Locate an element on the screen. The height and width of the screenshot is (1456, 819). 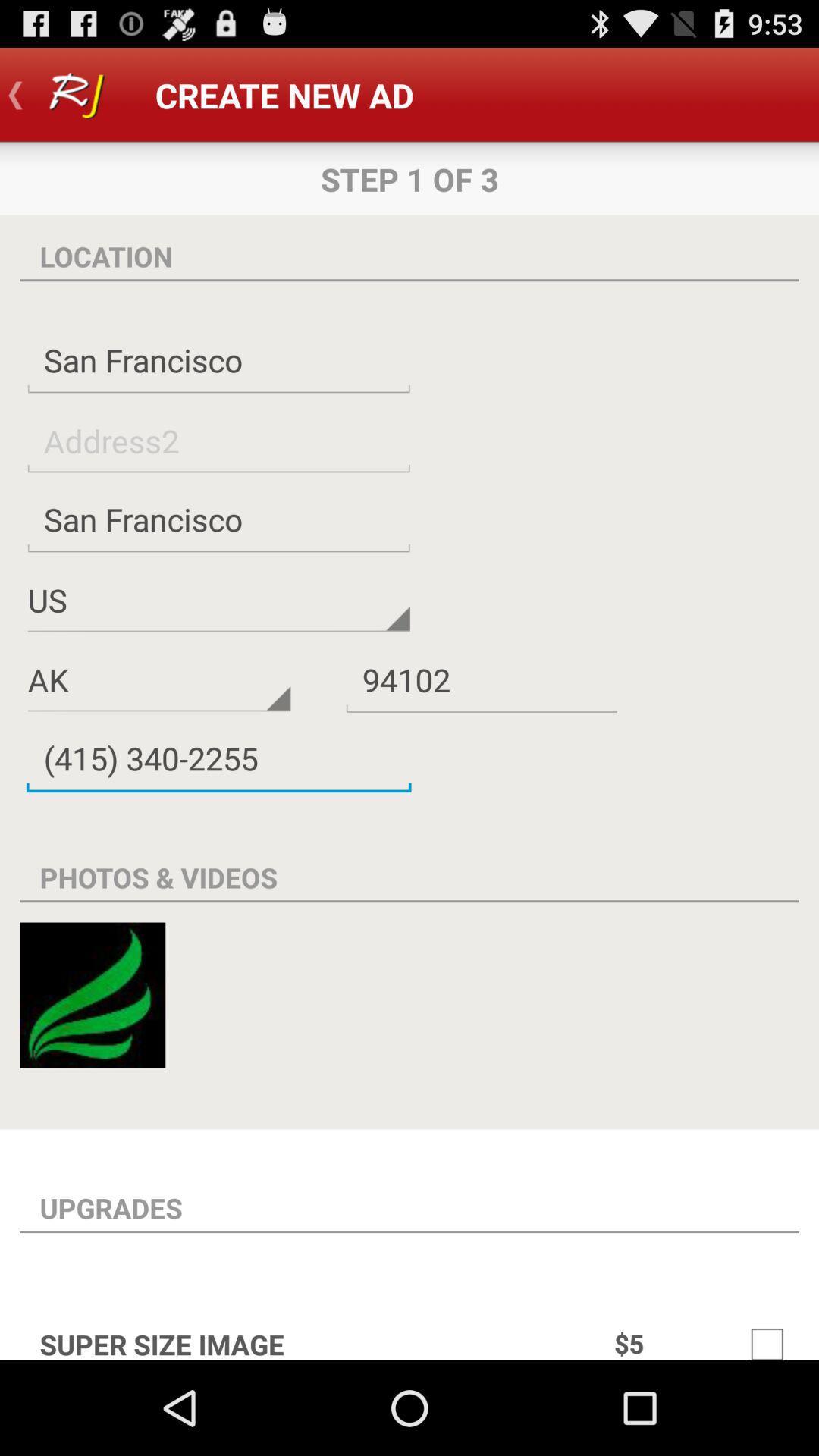
address bar line 2 is located at coordinates (218, 440).